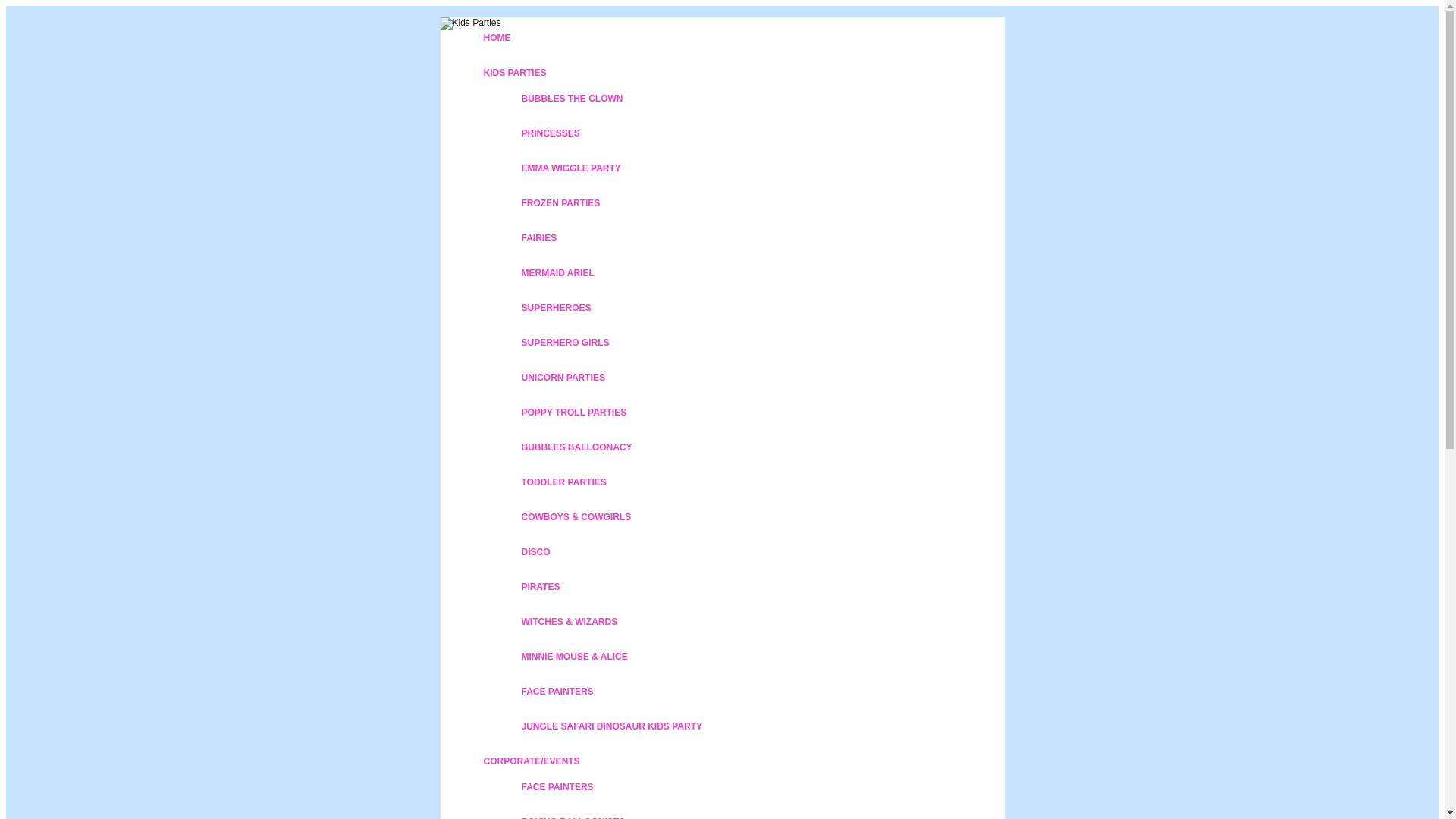  What do you see at coordinates (562, 376) in the screenshot?
I see `'UNICORN PARTIES'` at bounding box center [562, 376].